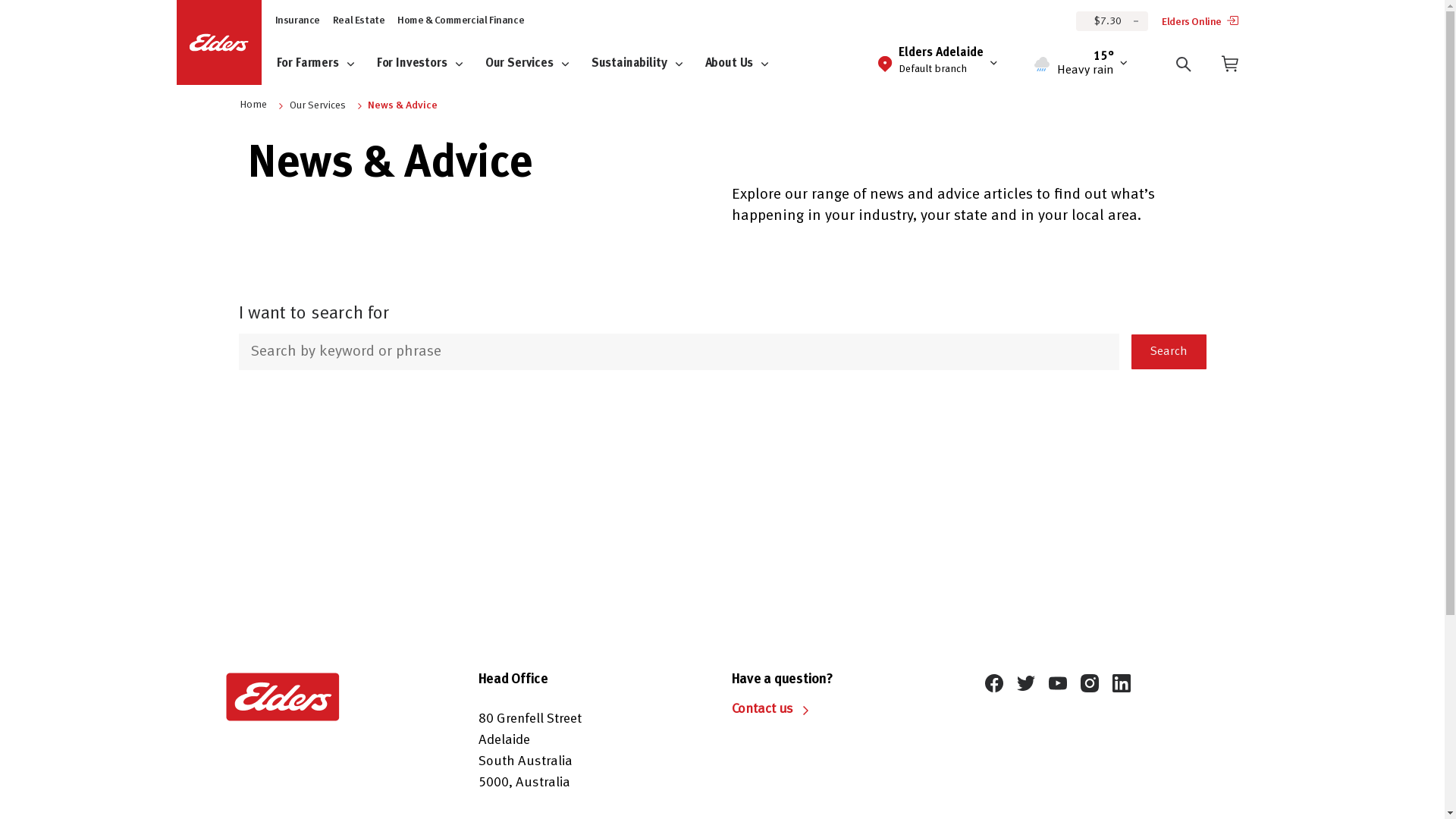 The image size is (1456, 819). Describe the element at coordinates (645, 63) in the screenshot. I see `'Sustainability'` at that location.